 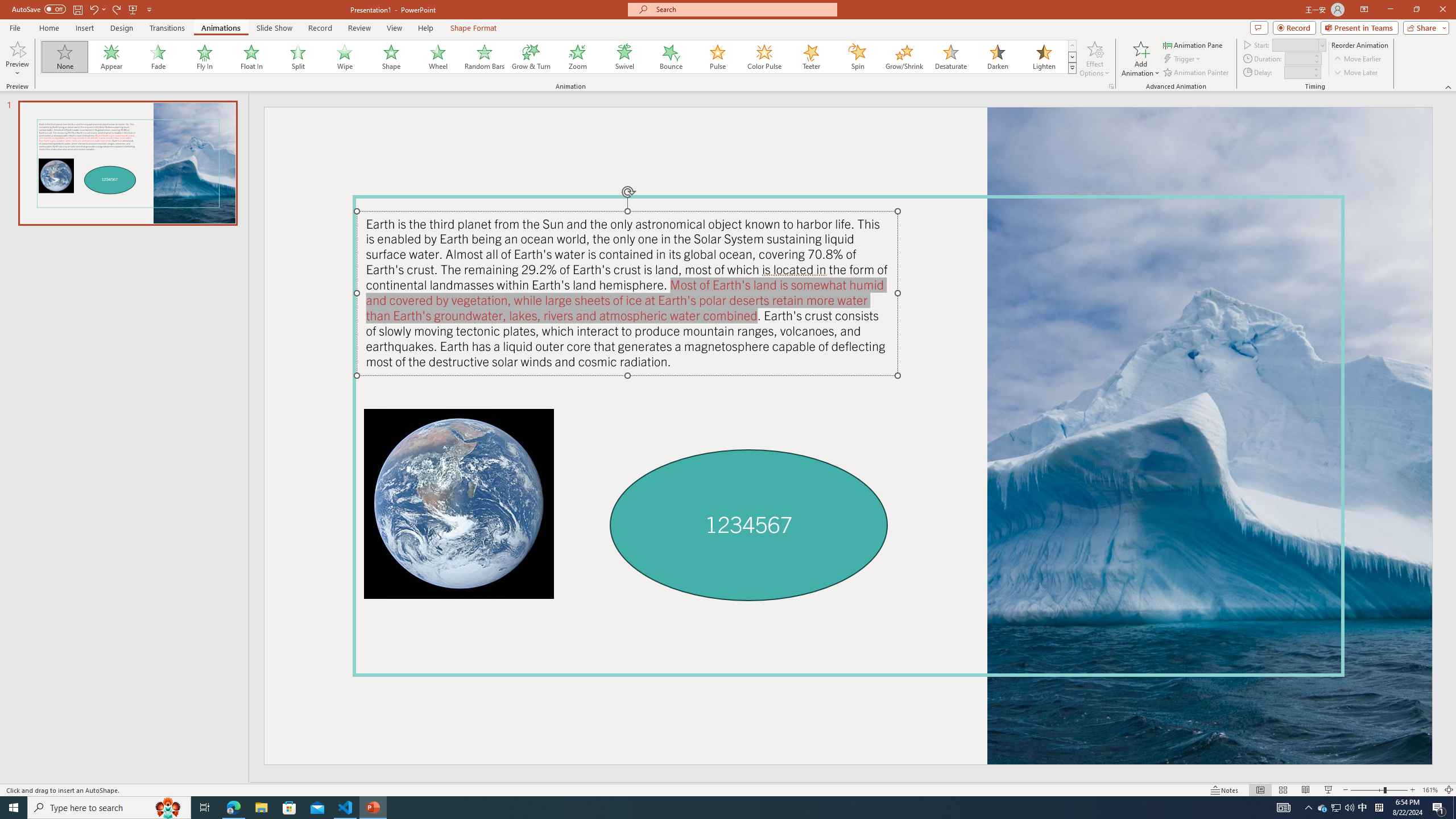 I want to click on 'View', so click(x=395, y=28).